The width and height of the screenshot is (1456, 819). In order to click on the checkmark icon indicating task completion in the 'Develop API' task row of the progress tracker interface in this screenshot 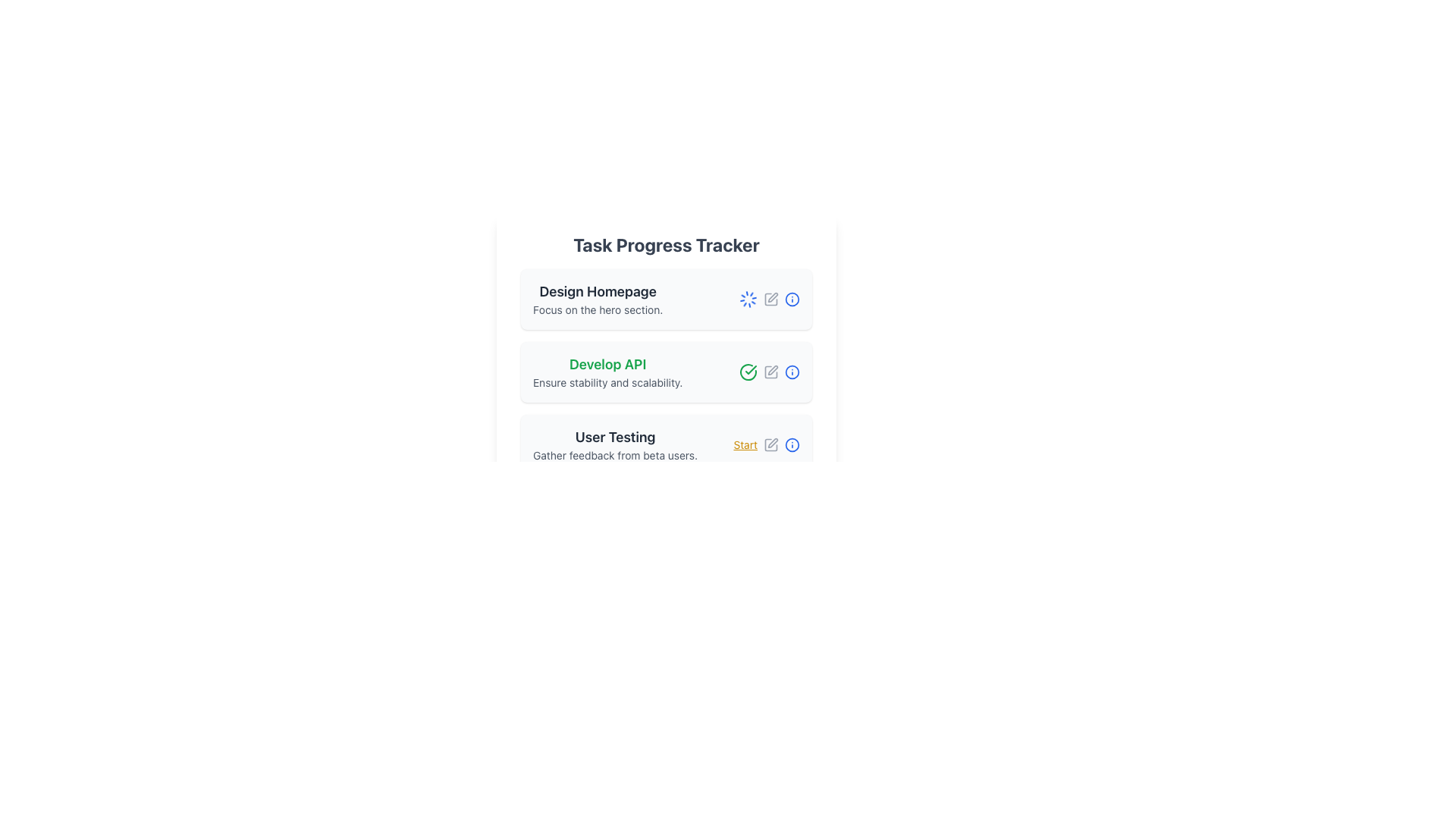, I will do `click(748, 371)`.